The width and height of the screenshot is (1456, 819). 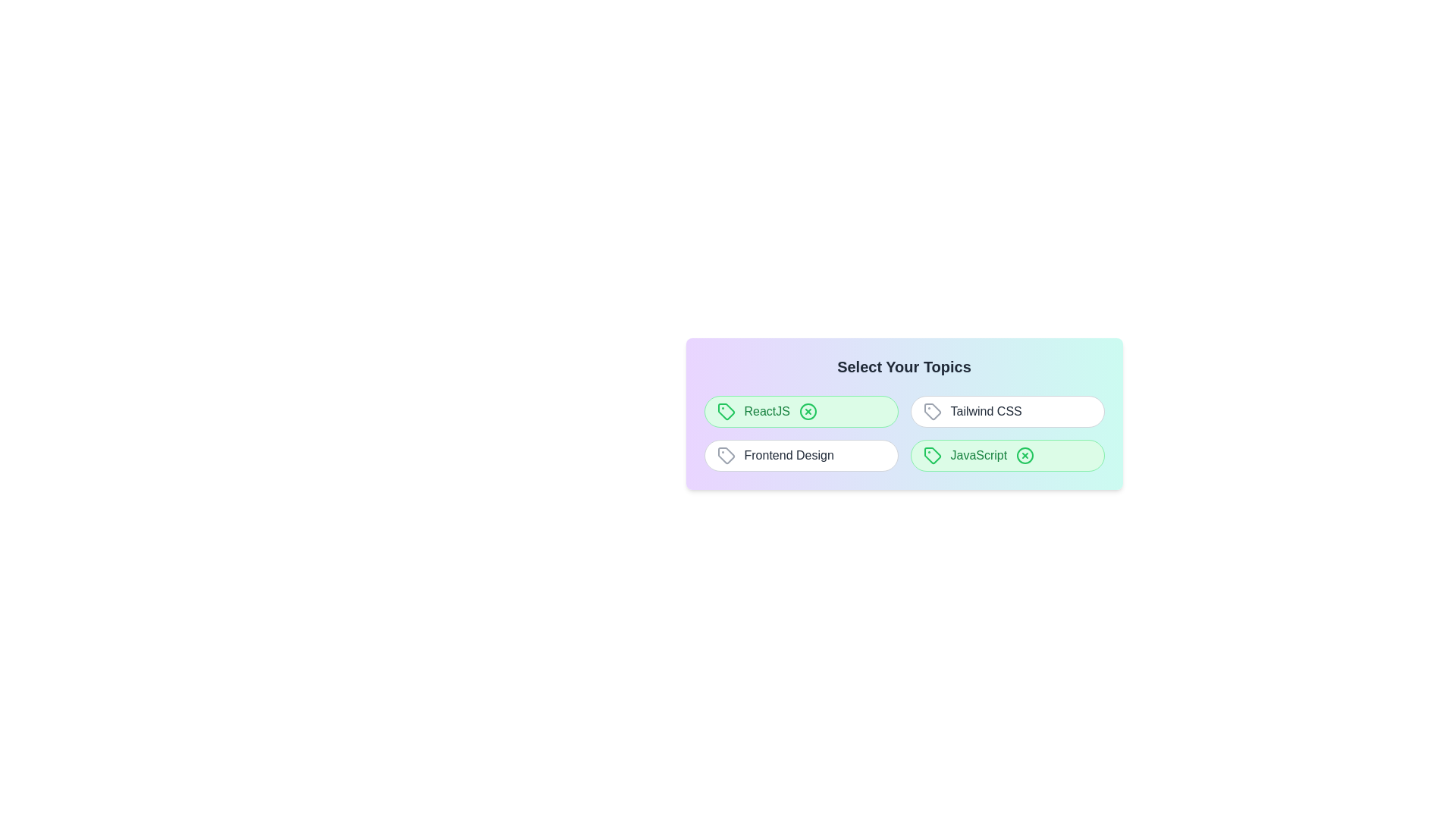 What do you see at coordinates (800, 412) in the screenshot?
I see `the topic ReactJS` at bounding box center [800, 412].